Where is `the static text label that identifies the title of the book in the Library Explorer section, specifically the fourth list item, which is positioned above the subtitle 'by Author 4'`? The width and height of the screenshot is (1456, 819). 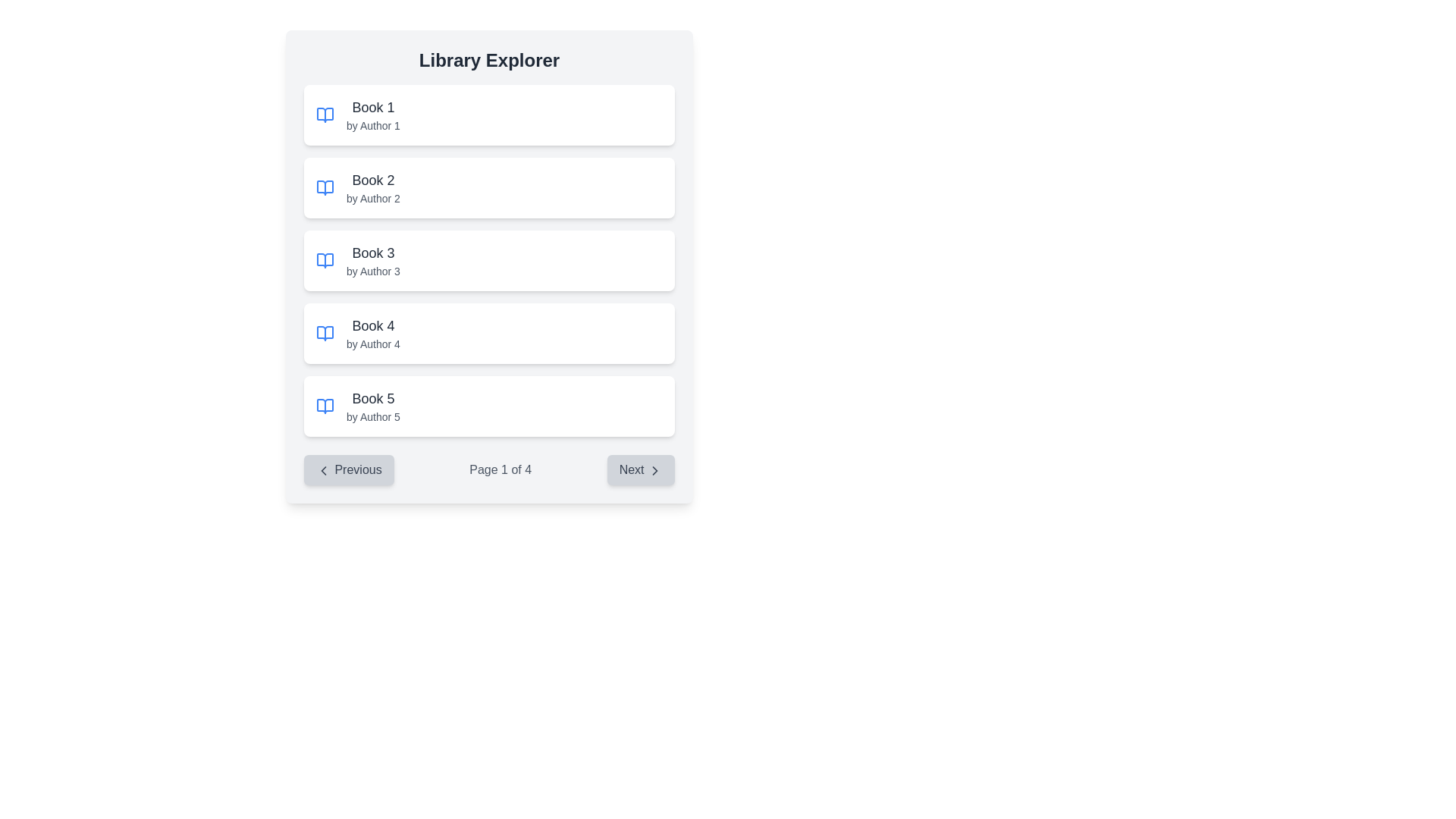 the static text label that identifies the title of the book in the Library Explorer section, specifically the fourth list item, which is positioned above the subtitle 'by Author 4' is located at coordinates (373, 325).